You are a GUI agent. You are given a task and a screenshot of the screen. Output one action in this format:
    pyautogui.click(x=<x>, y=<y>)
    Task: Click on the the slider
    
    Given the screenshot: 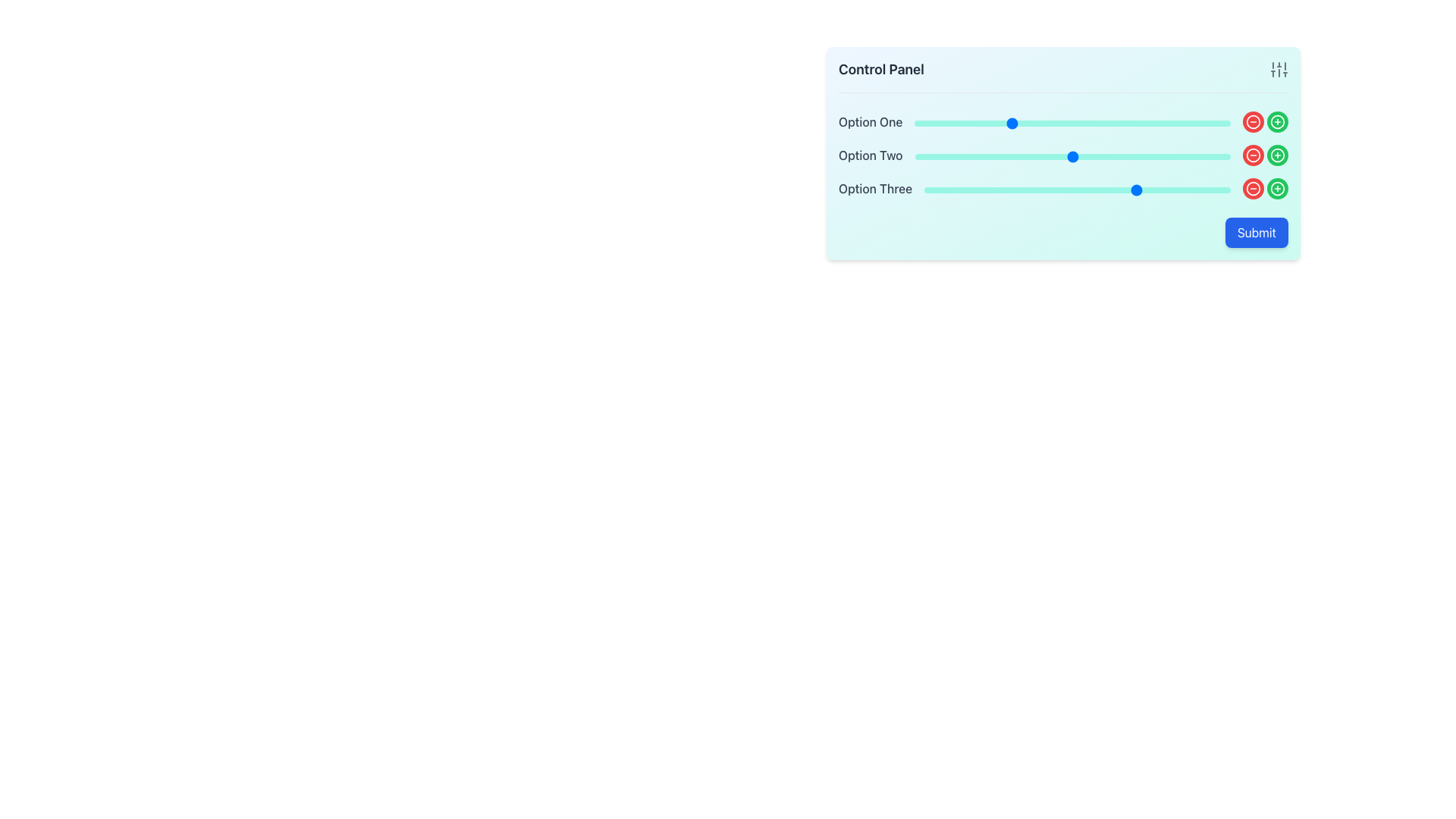 What is the action you would take?
    pyautogui.click(x=1068, y=157)
    